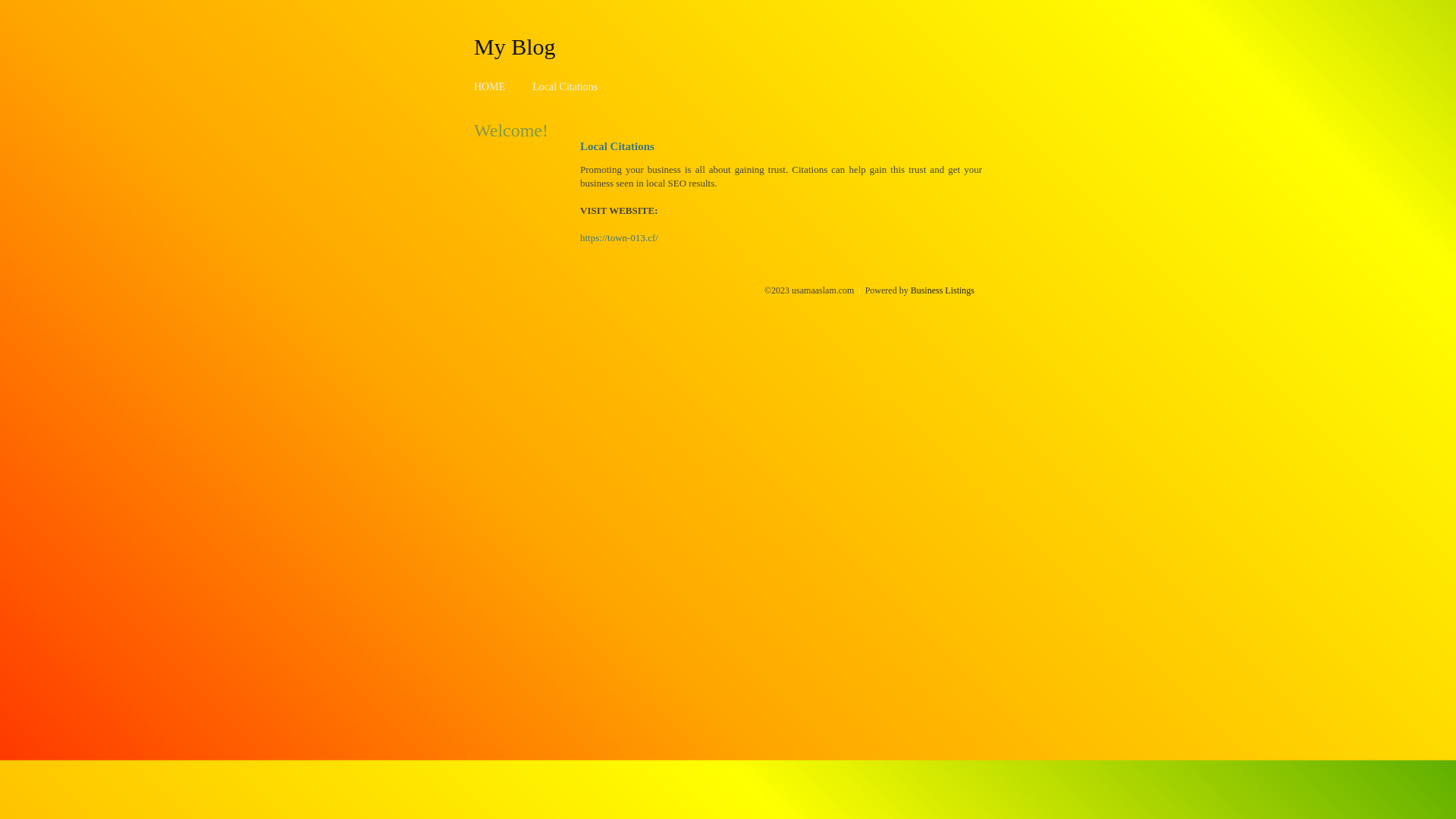 The image size is (1456, 819). Describe the element at coordinates (579, 237) in the screenshot. I see `'https://town-013.cf/'` at that location.